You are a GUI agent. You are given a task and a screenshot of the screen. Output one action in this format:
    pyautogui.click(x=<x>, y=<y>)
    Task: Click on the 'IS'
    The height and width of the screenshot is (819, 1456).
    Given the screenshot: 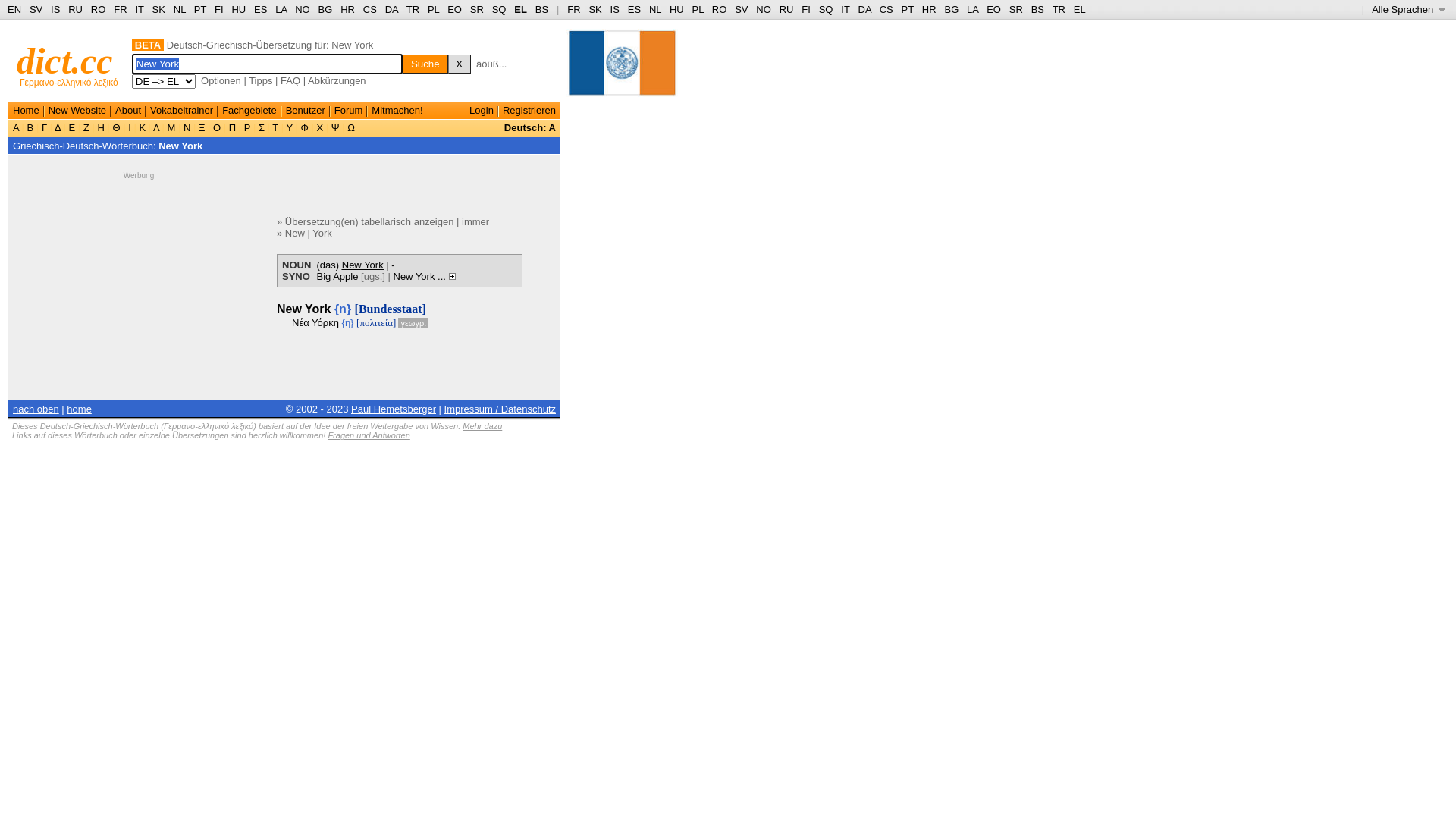 What is the action you would take?
    pyautogui.click(x=55, y=9)
    